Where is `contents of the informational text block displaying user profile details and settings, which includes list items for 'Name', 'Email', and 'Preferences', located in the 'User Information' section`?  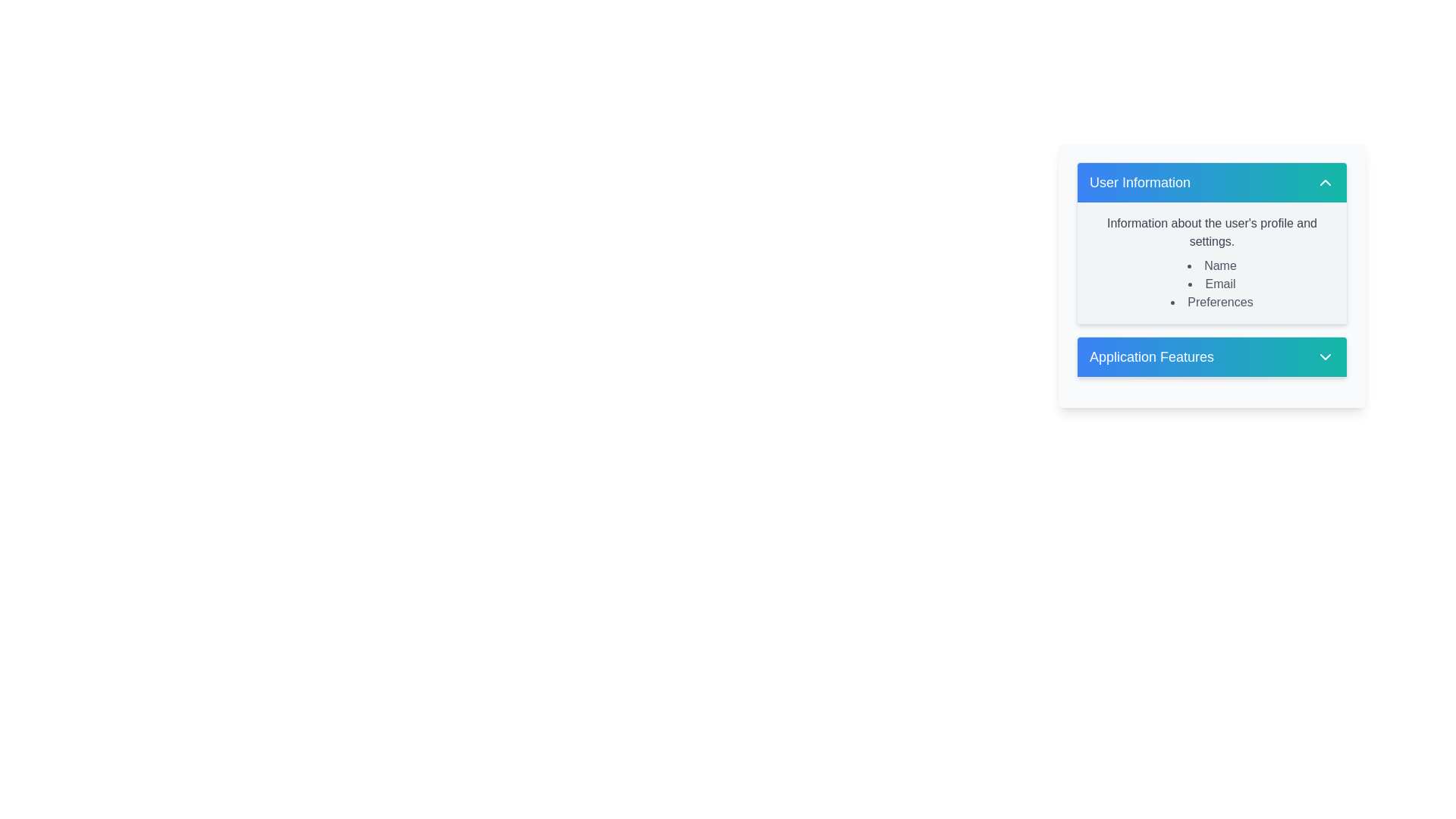 contents of the informational text block displaying user profile details and settings, which includes list items for 'Name', 'Email', and 'Preferences', located in the 'User Information' section is located at coordinates (1211, 275).